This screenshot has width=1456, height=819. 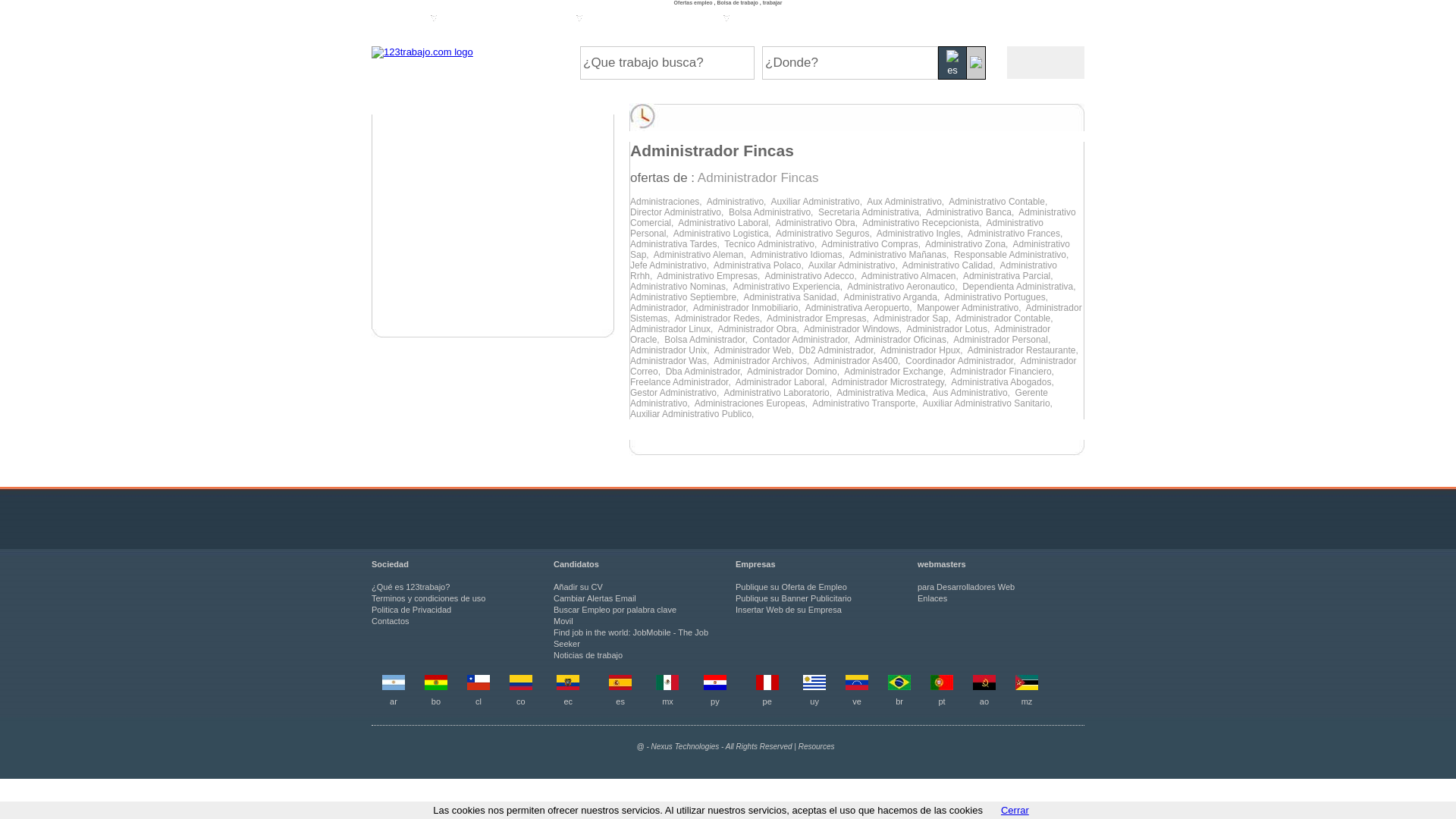 What do you see at coordinates (661, 307) in the screenshot?
I see `'Administrador, '` at bounding box center [661, 307].